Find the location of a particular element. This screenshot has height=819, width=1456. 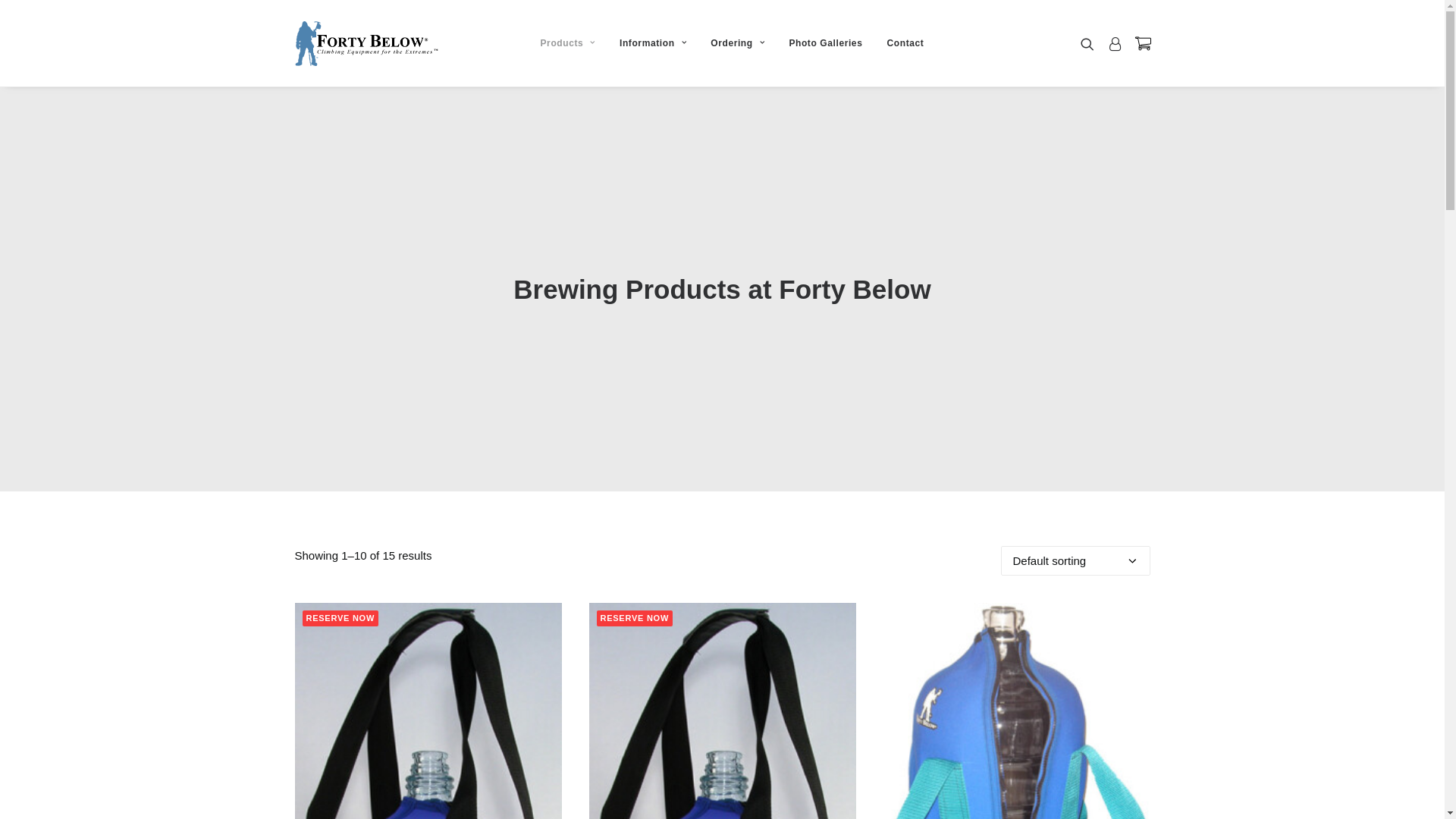

'cart' is located at coordinates (1128, 42).